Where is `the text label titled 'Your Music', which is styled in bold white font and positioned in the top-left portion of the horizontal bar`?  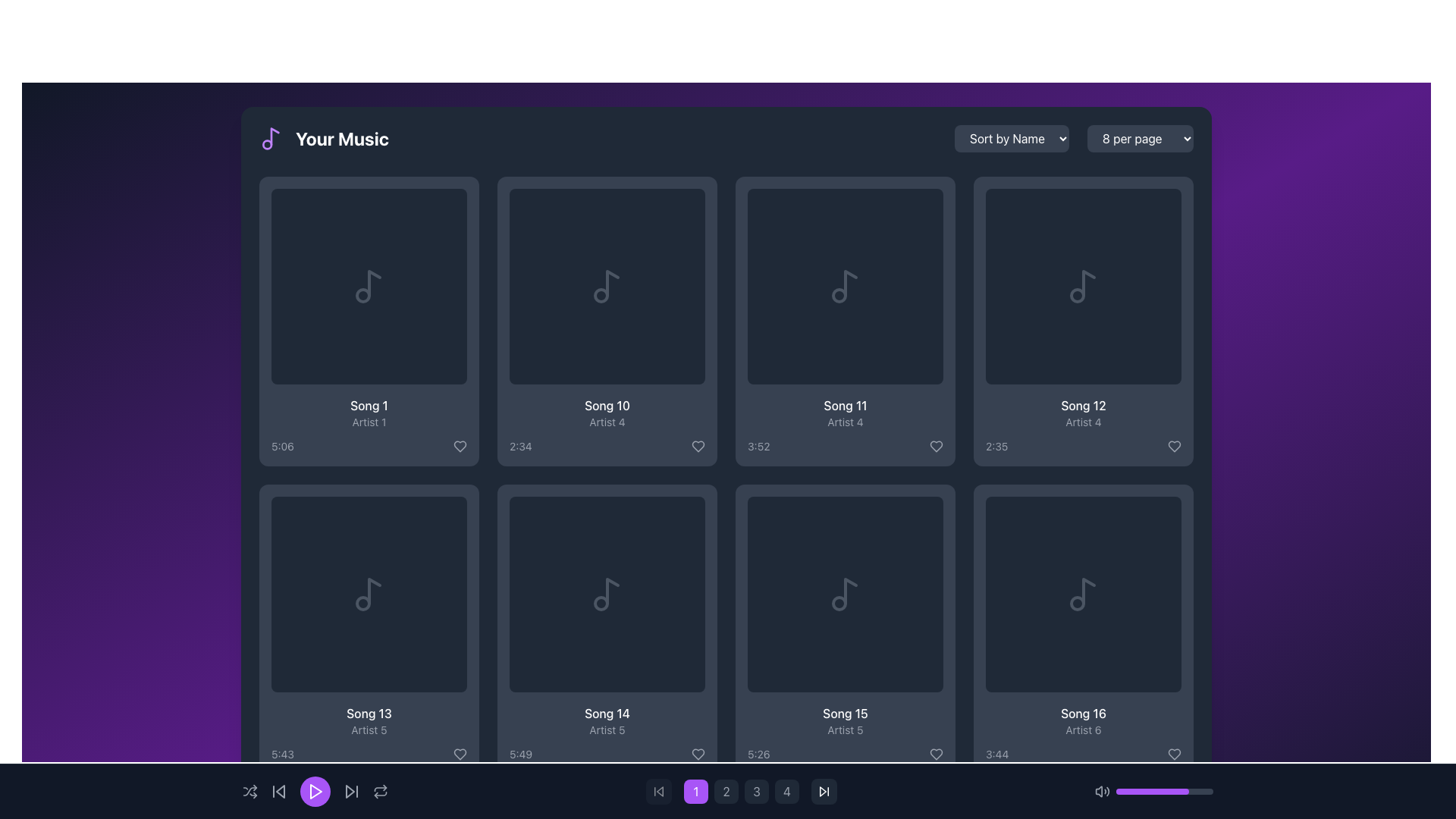 the text label titled 'Your Music', which is styled in bold white font and positioned in the top-left portion of the horizontal bar is located at coordinates (323, 138).